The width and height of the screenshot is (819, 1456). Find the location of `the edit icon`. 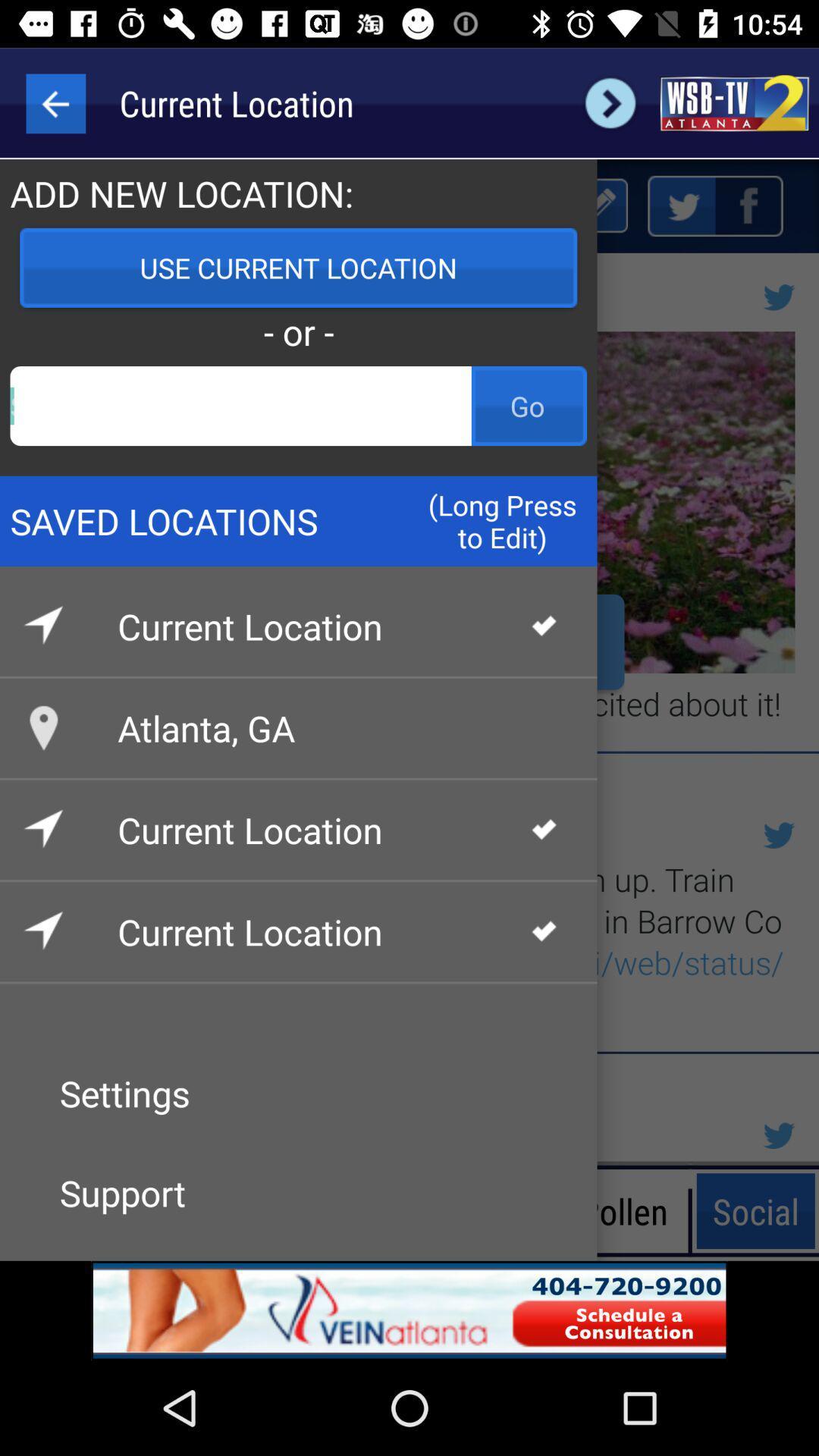

the edit icon is located at coordinates (597, 205).